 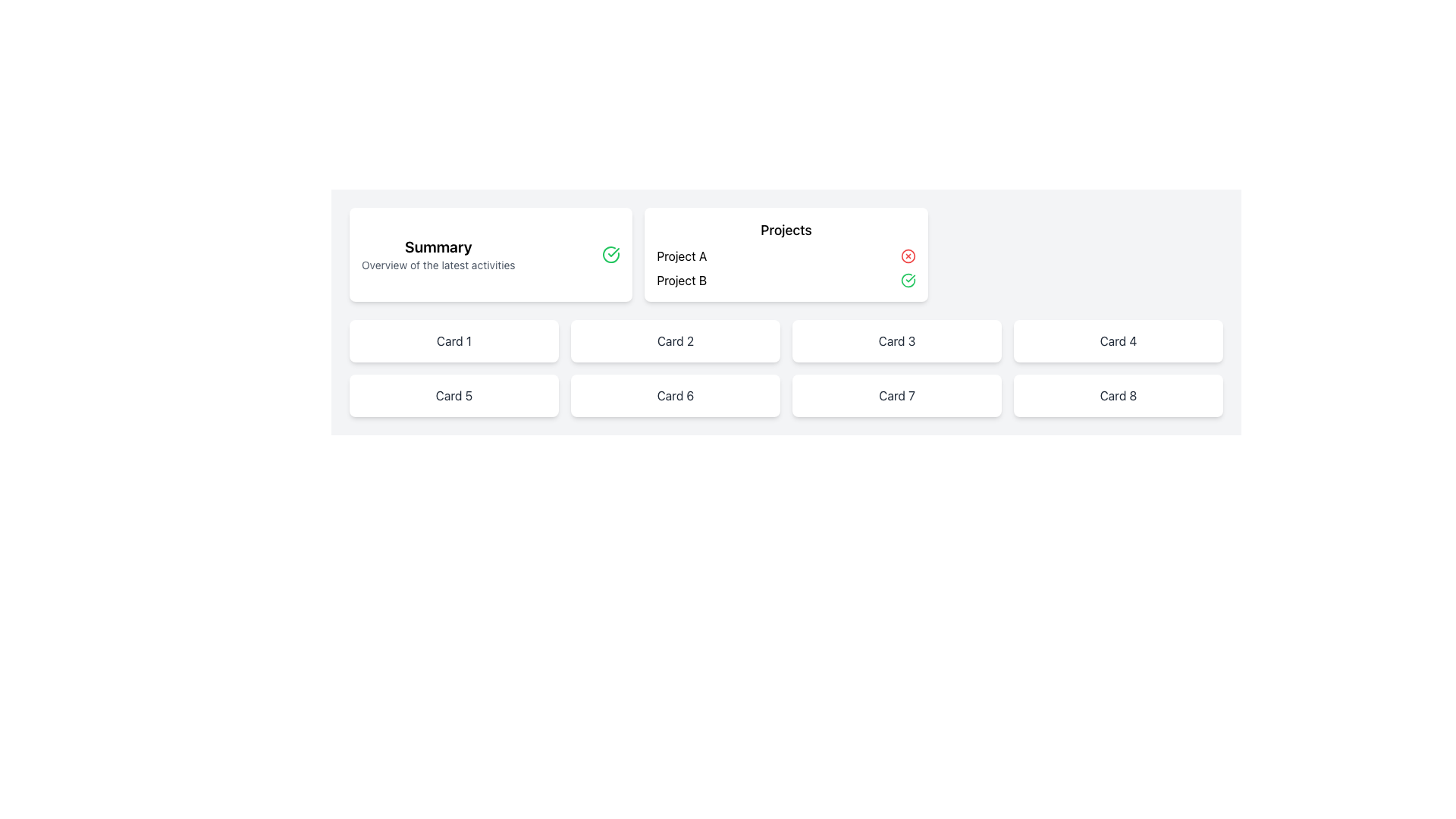 I want to click on the rectangular card labeled 'Card 3' with a white background and dark gray text, located in the top row of the grid layout between 'Card 2' and 'Card 4', so click(x=896, y=341).